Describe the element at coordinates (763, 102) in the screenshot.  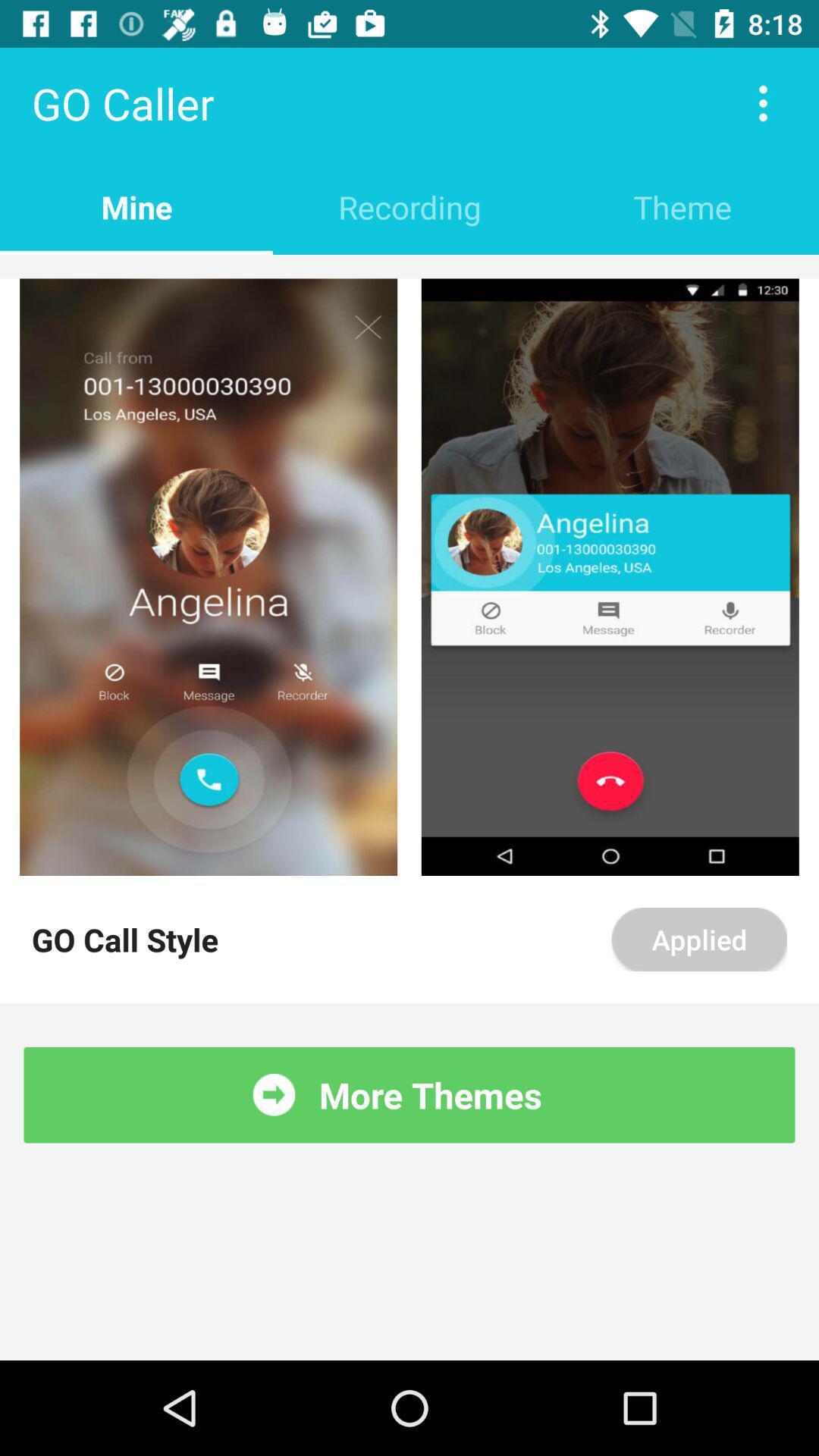
I see `icon next to go caller icon` at that location.